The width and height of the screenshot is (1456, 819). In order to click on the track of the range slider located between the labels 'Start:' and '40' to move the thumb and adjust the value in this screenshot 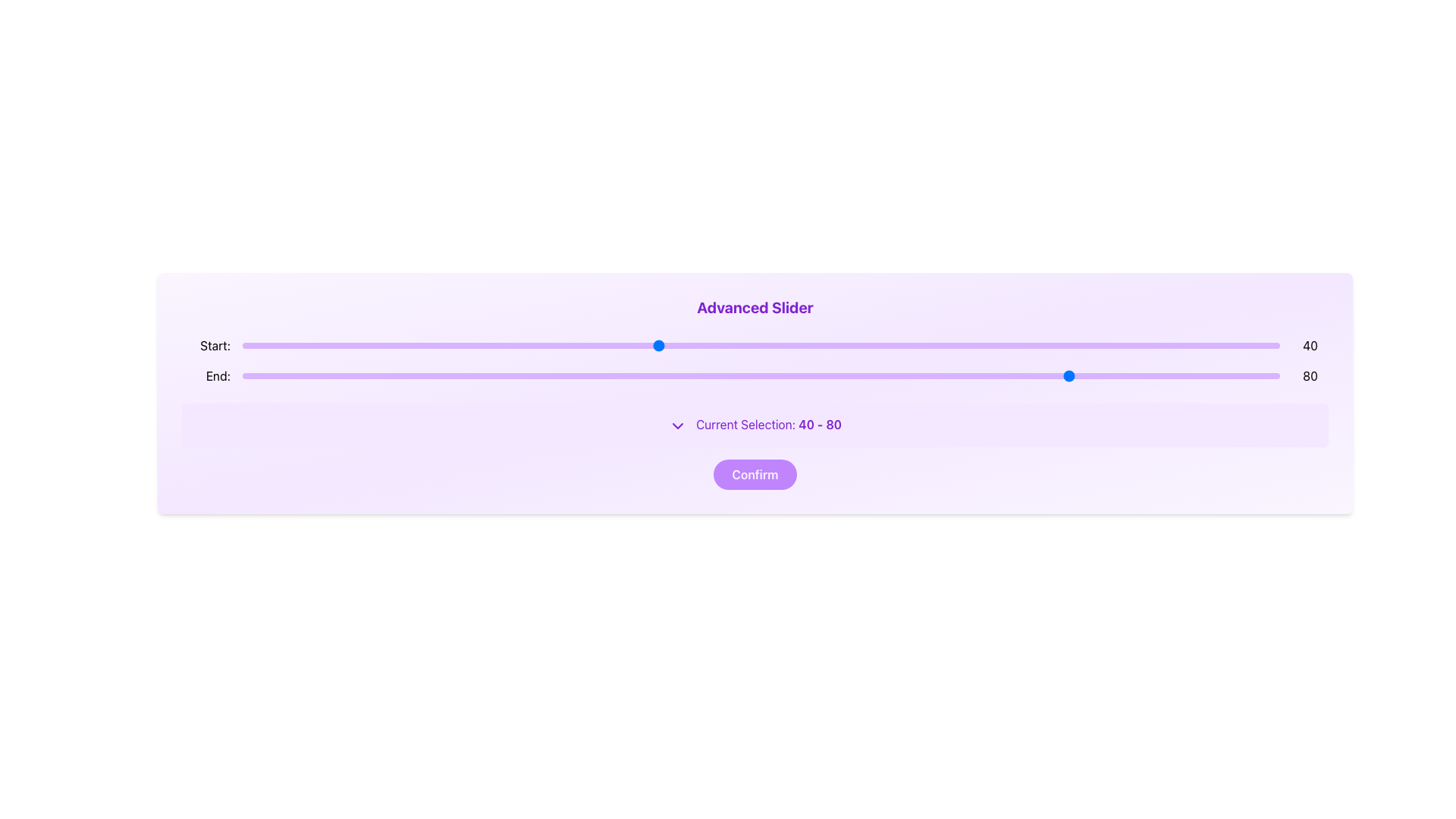, I will do `click(761, 345)`.